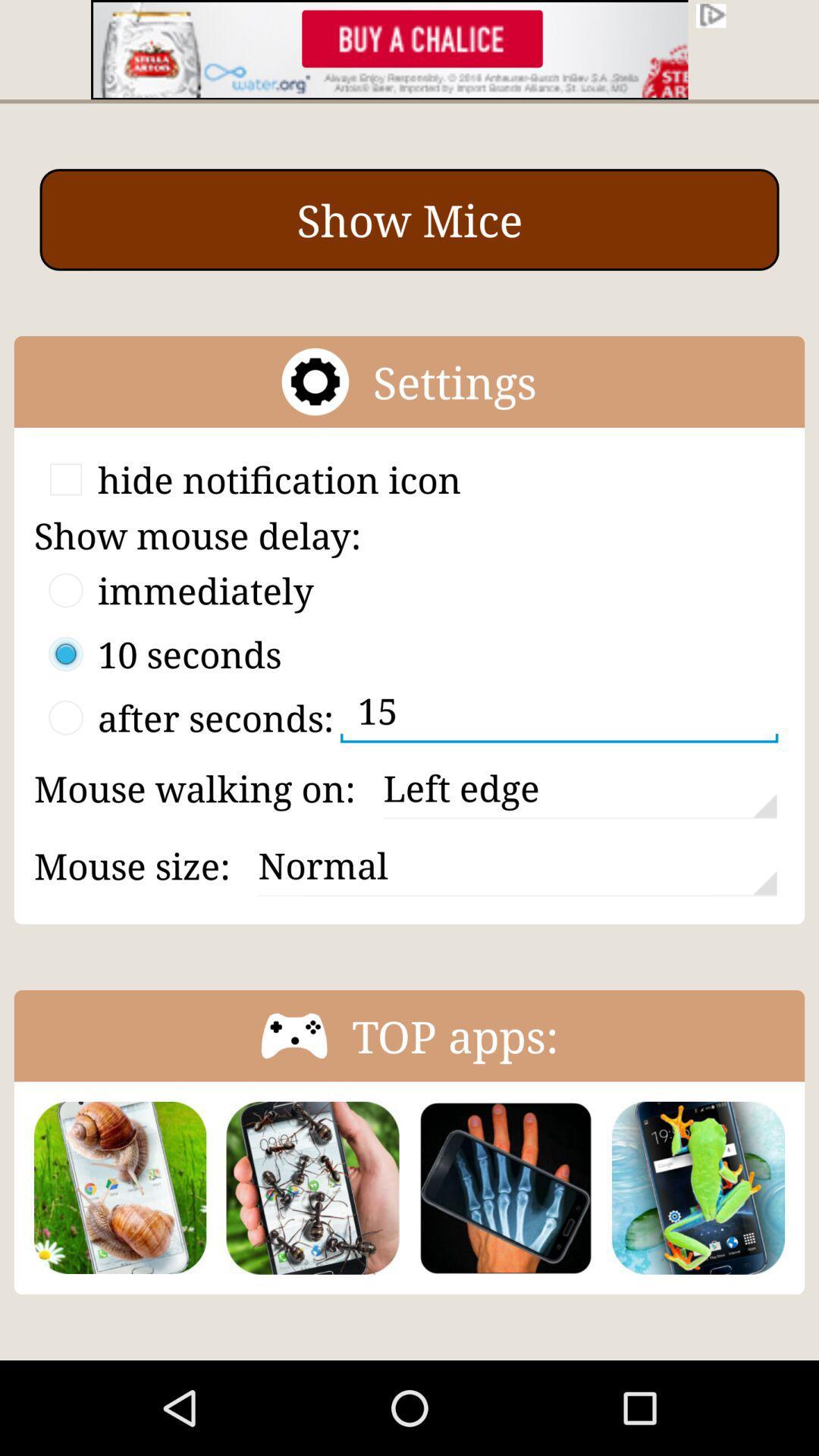 The width and height of the screenshot is (819, 1456). Describe the element at coordinates (698, 1187) in the screenshot. I see `open app` at that location.